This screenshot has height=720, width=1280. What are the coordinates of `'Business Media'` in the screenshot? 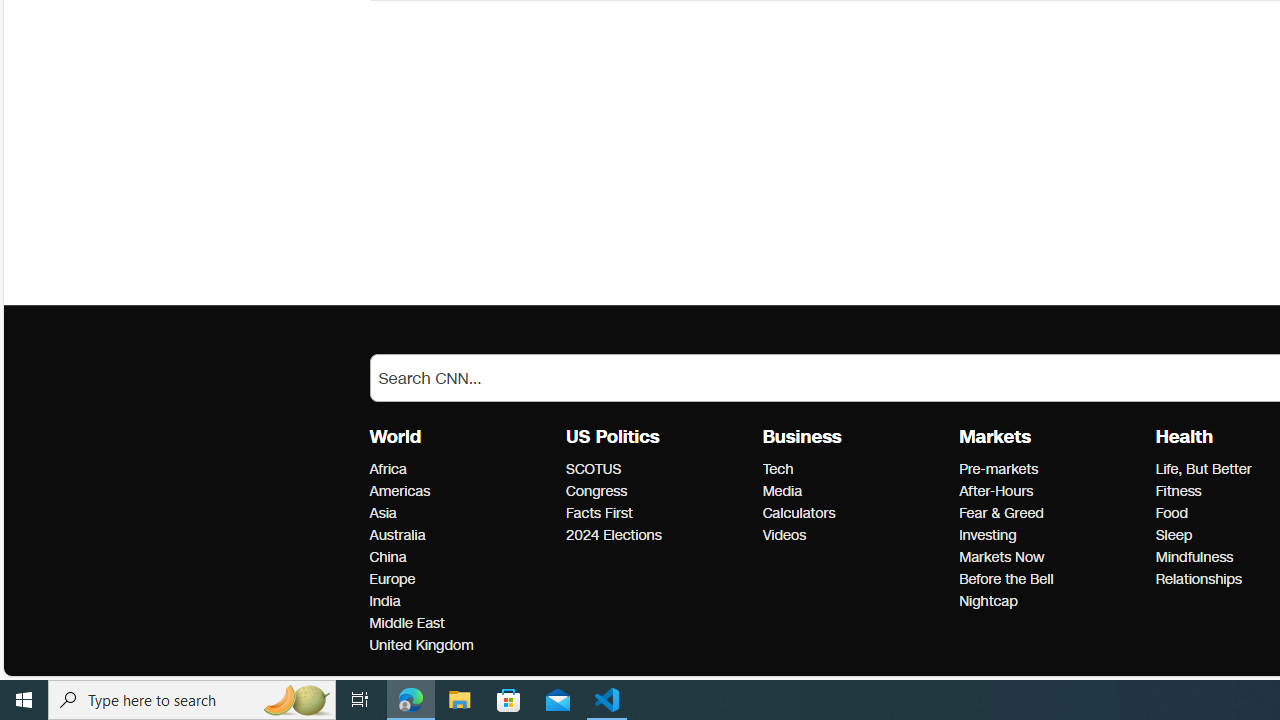 It's located at (781, 491).